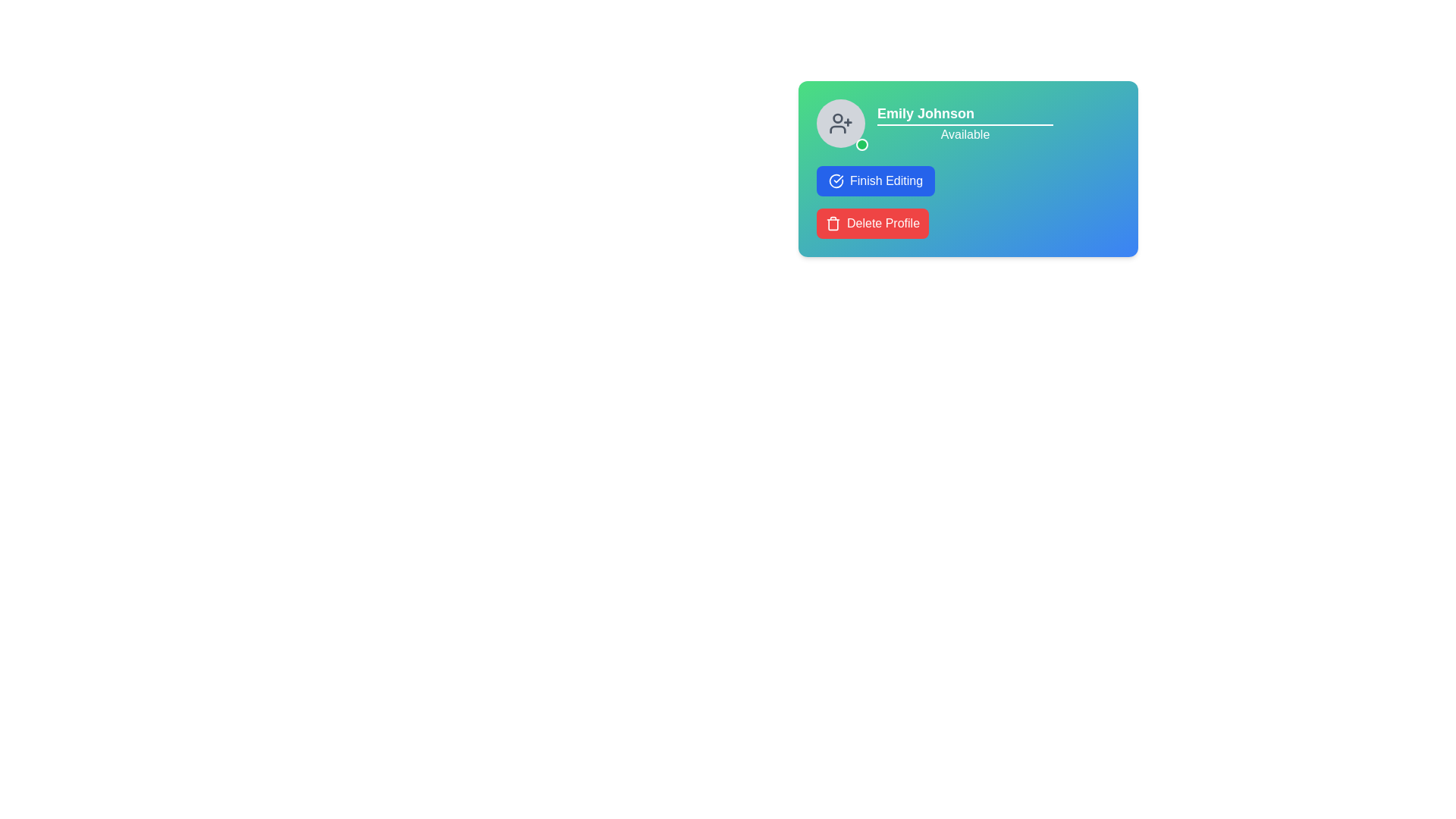 The image size is (1456, 819). What do you see at coordinates (836, 117) in the screenshot?
I see `the small gray circle that is part of the user profile icon in the top left corner of the card` at bounding box center [836, 117].